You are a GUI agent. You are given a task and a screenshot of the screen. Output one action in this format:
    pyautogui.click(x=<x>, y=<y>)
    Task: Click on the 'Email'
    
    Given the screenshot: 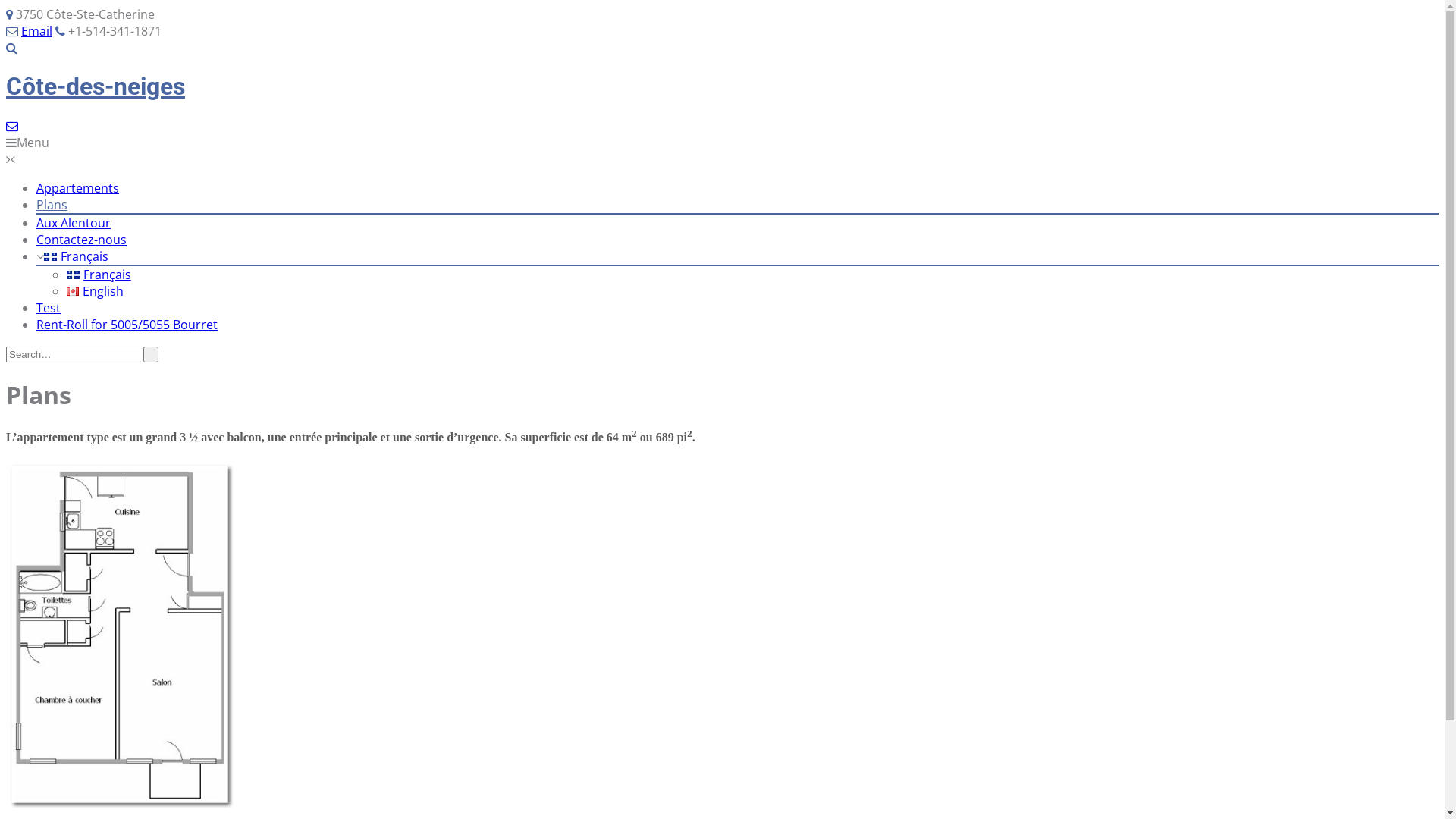 What is the action you would take?
    pyautogui.click(x=36, y=31)
    